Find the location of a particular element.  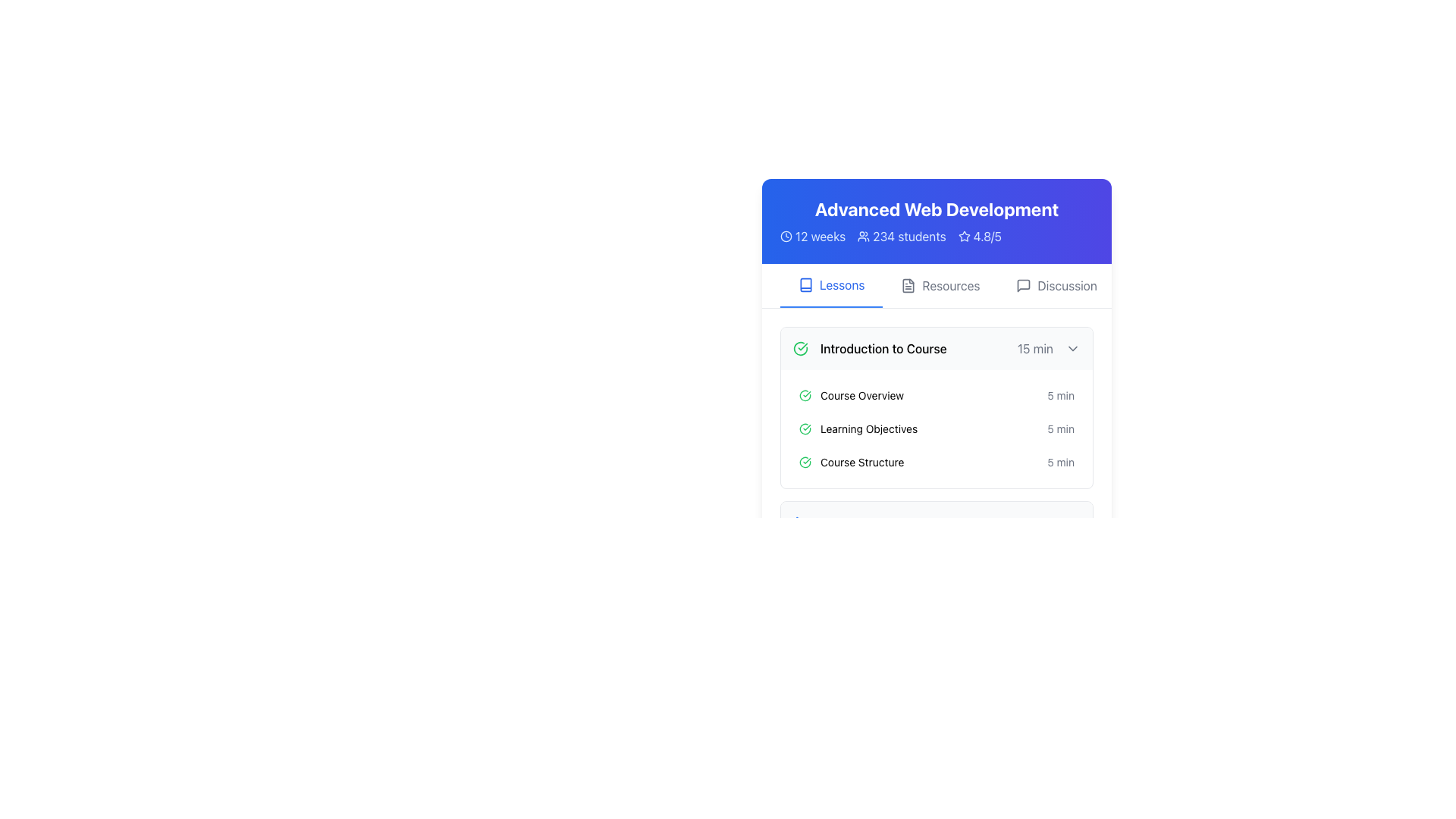

the middle navigation button labeled 'Resources' located in the navigation bar below the title 'Advanced Web Development' is located at coordinates (936, 286).